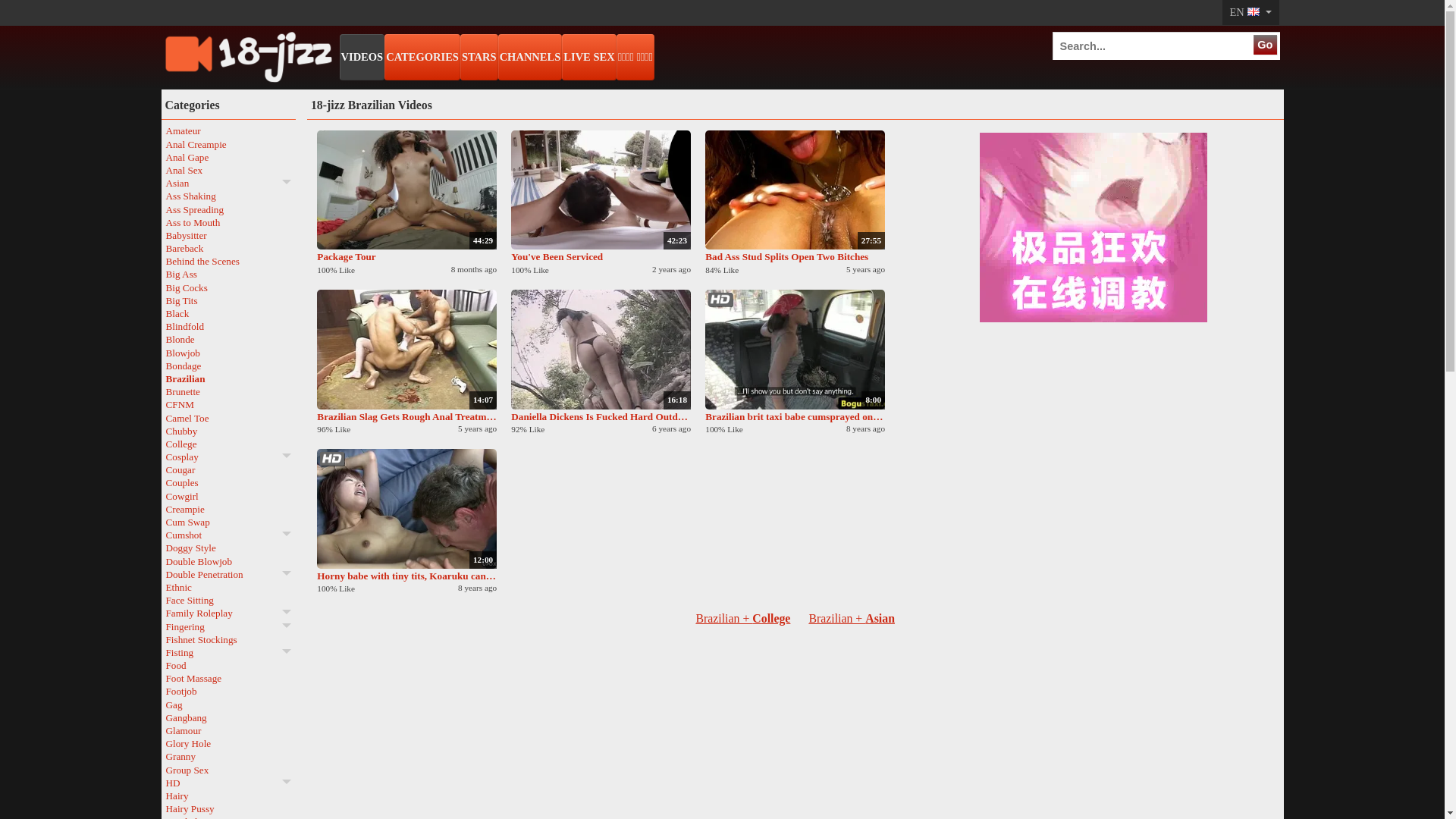  What do you see at coordinates (315, 189) in the screenshot?
I see `'44:29'` at bounding box center [315, 189].